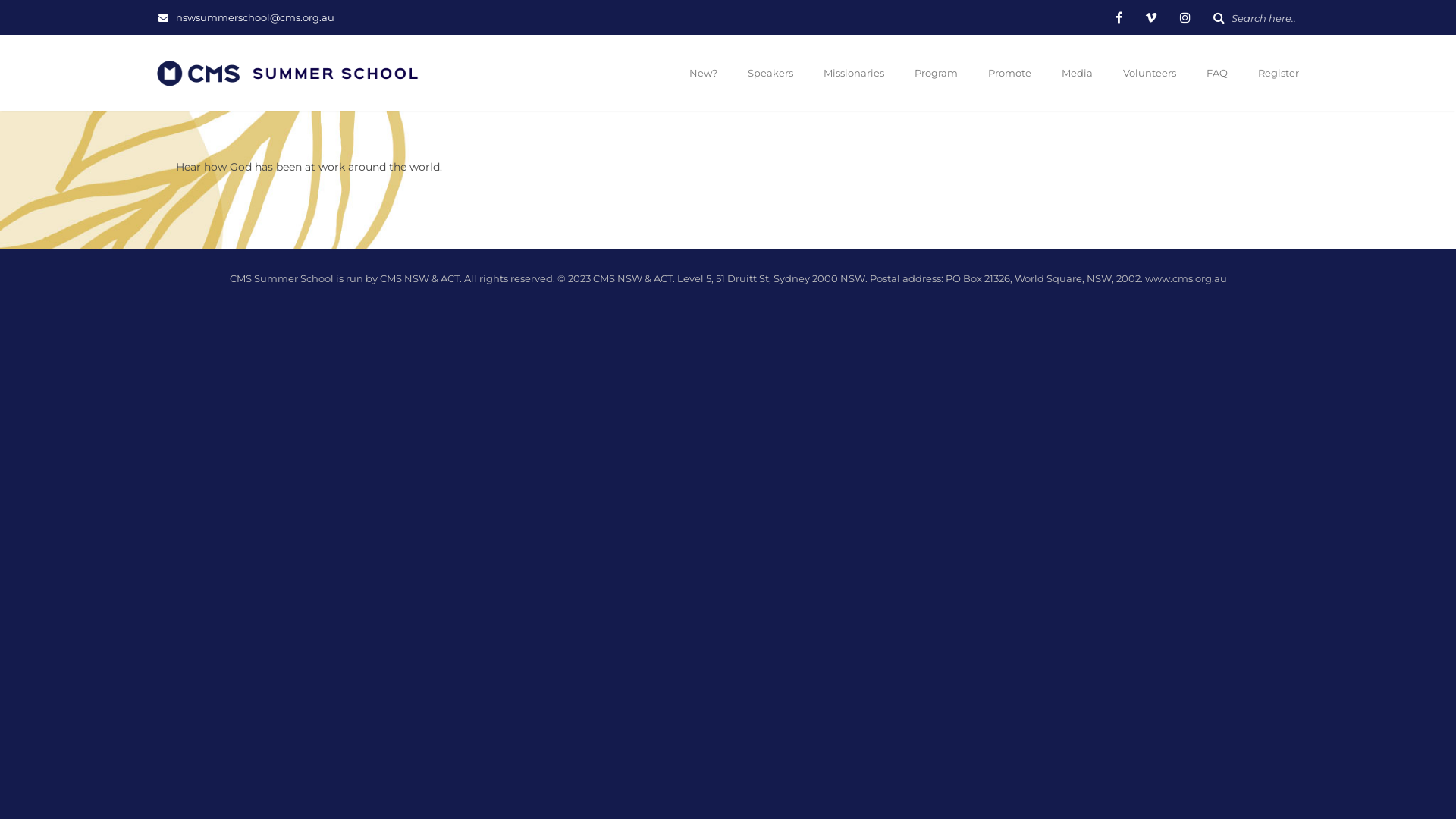  What do you see at coordinates (1276, 73) in the screenshot?
I see `'Register'` at bounding box center [1276, 73].